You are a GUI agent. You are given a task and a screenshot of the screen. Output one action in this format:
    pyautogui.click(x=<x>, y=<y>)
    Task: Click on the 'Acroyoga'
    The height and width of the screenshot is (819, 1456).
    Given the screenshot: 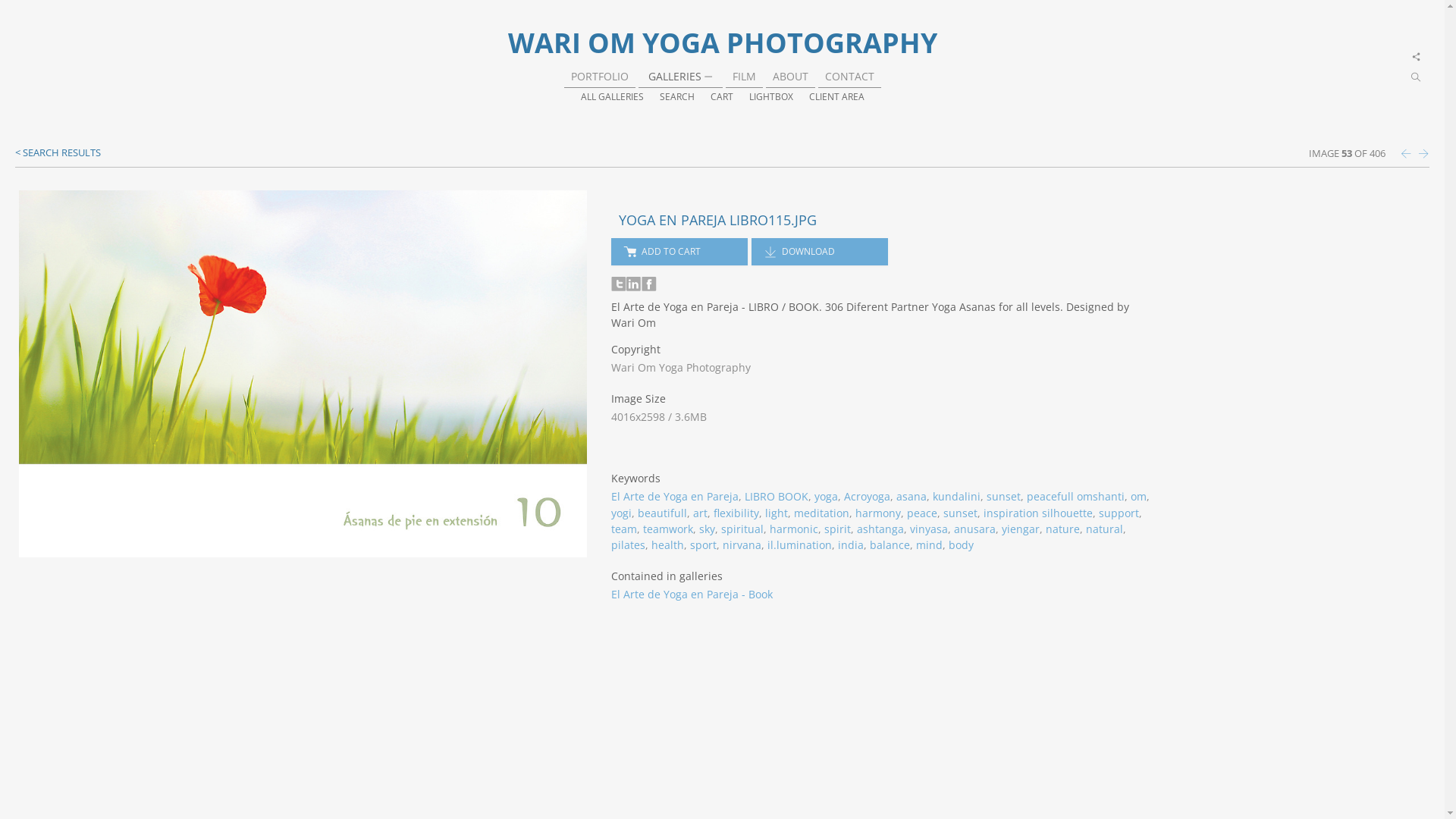 What is the action you would take?
    pyautogui.click(x=867, y=496)
    